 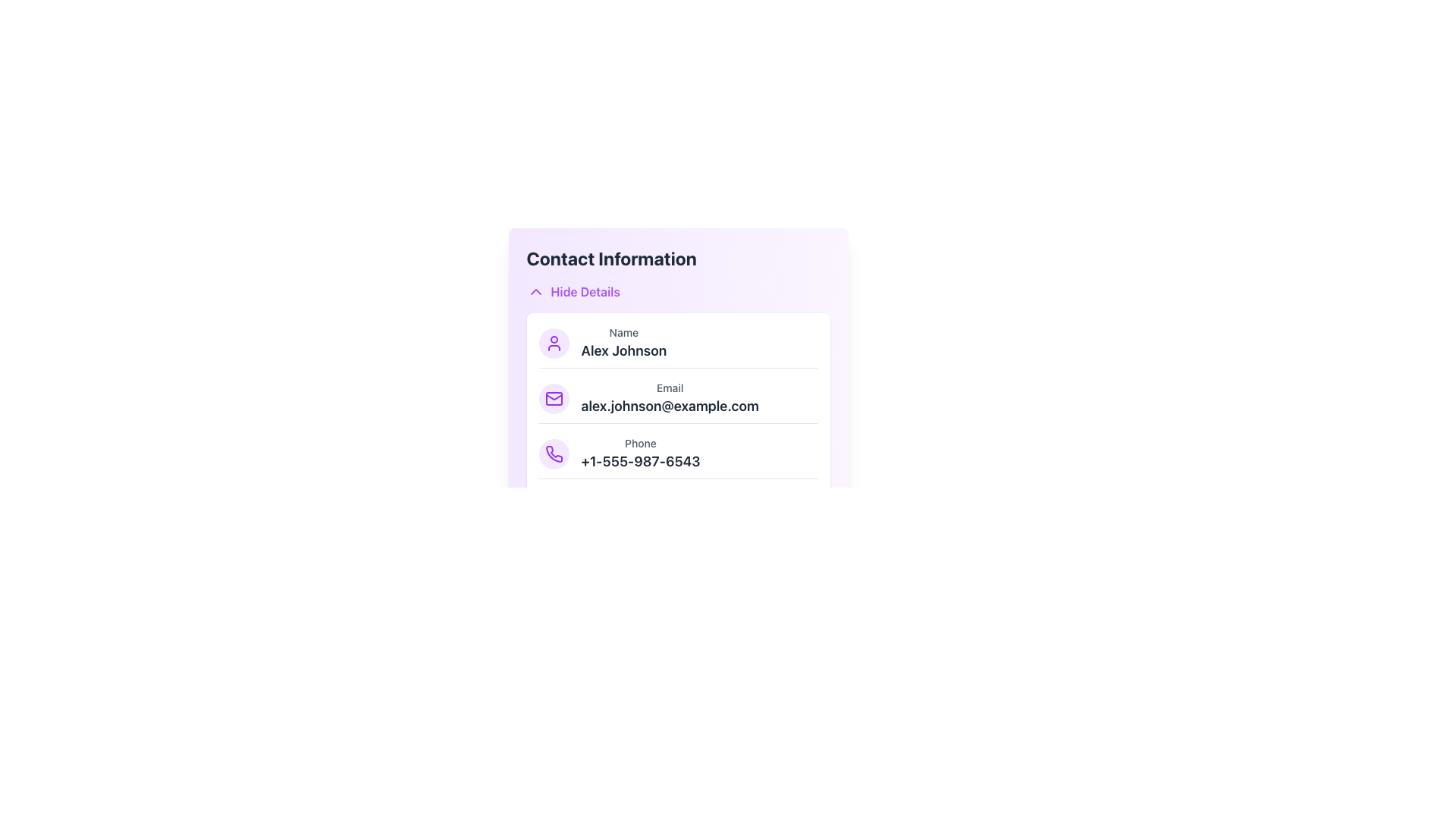 I want to click on the decorative email contact icon located to the left of the email address 'alex.johnson@example.com' in the 'Email' section of the contact information card, so click(x=553, y=397).